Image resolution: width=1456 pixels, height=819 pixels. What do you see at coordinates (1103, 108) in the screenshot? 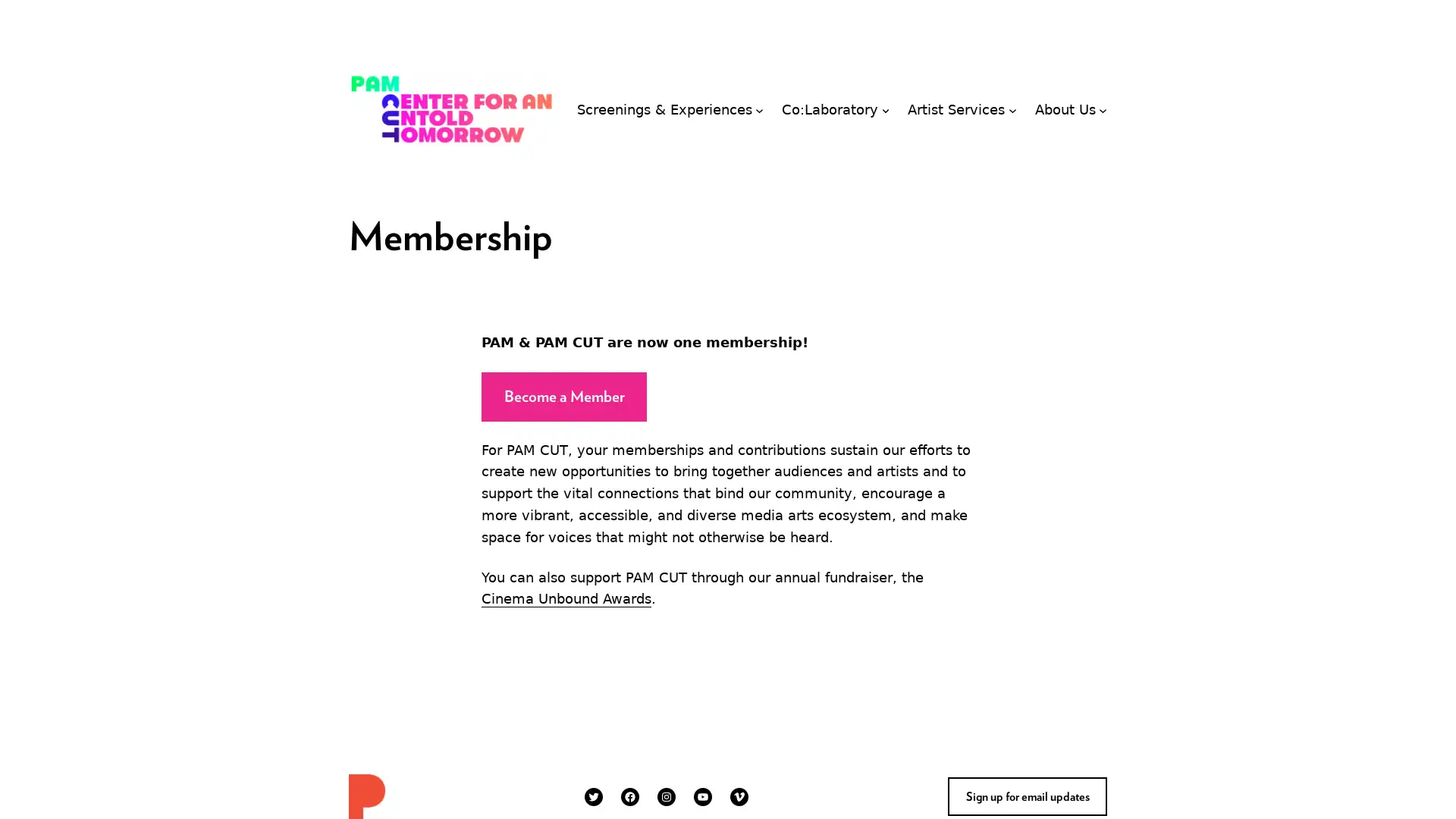
I see `About Us submenu` at bounding box center [1103, 108].